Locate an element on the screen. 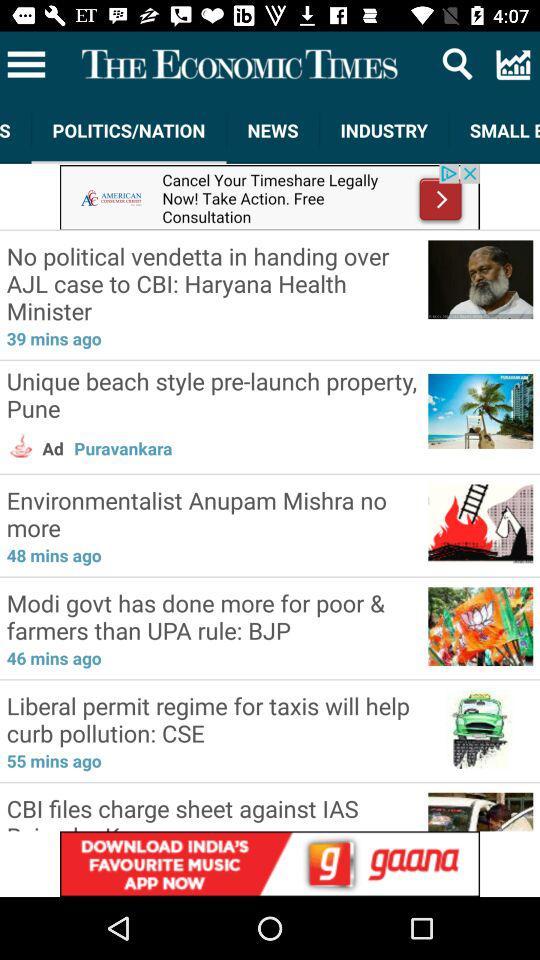  search icon is located at coordinates (457, 64).